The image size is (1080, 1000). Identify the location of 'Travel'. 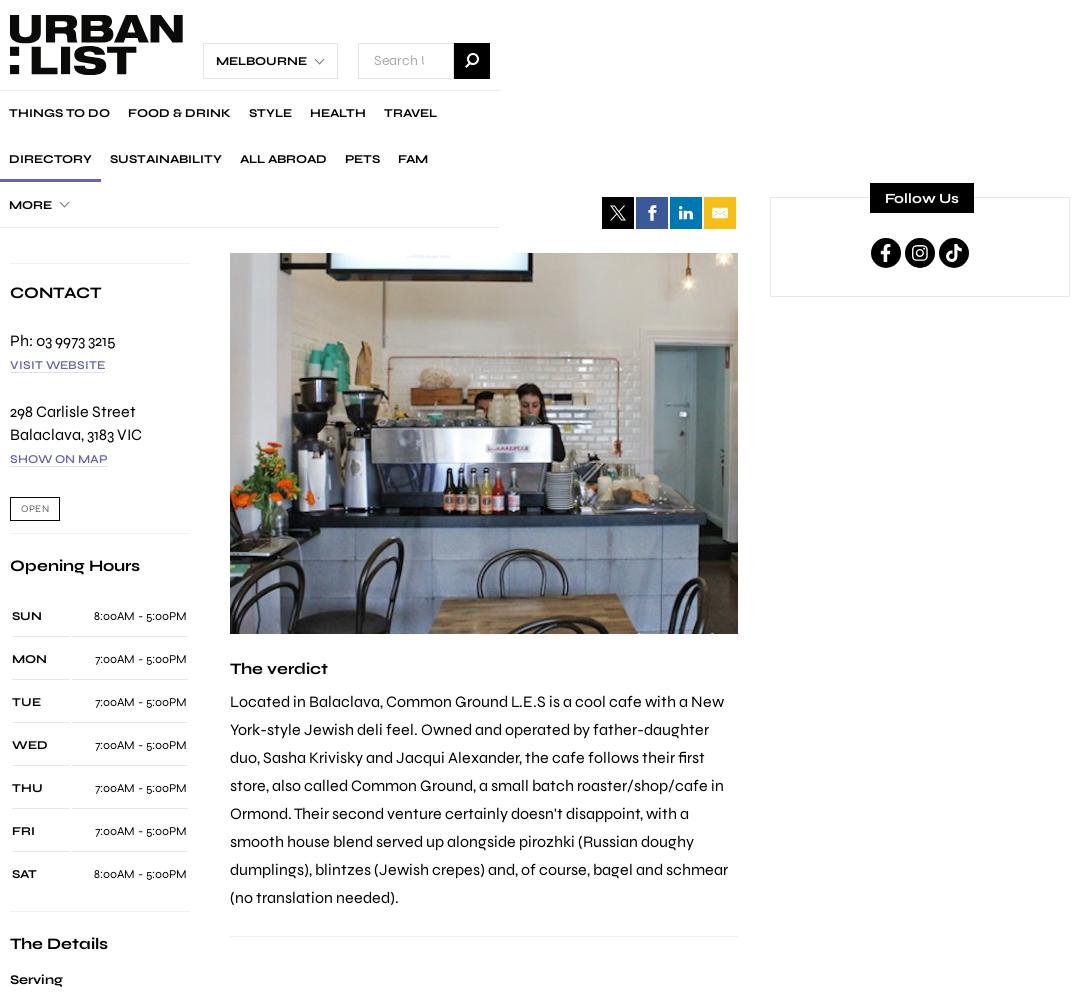
(409, 112).